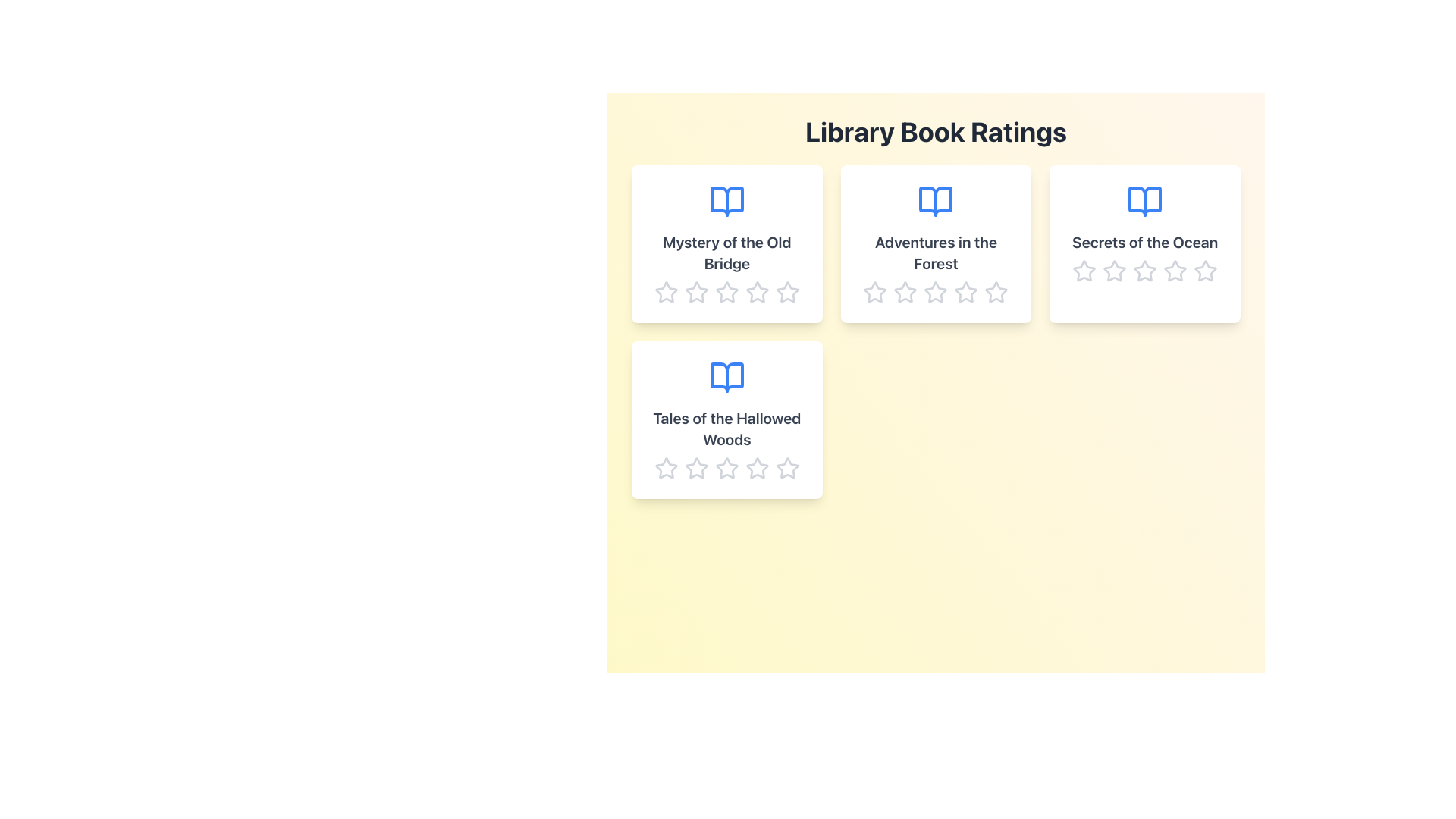 Image resolution: width=1456 pixels, height=819 pixels. What do you see at coordinates (1115, 270) in the screenshot?
I see `the unselected gray outlined second star in the rating component under the 'Secrets of the Ocean' card` at bounding box center [1115, 270].